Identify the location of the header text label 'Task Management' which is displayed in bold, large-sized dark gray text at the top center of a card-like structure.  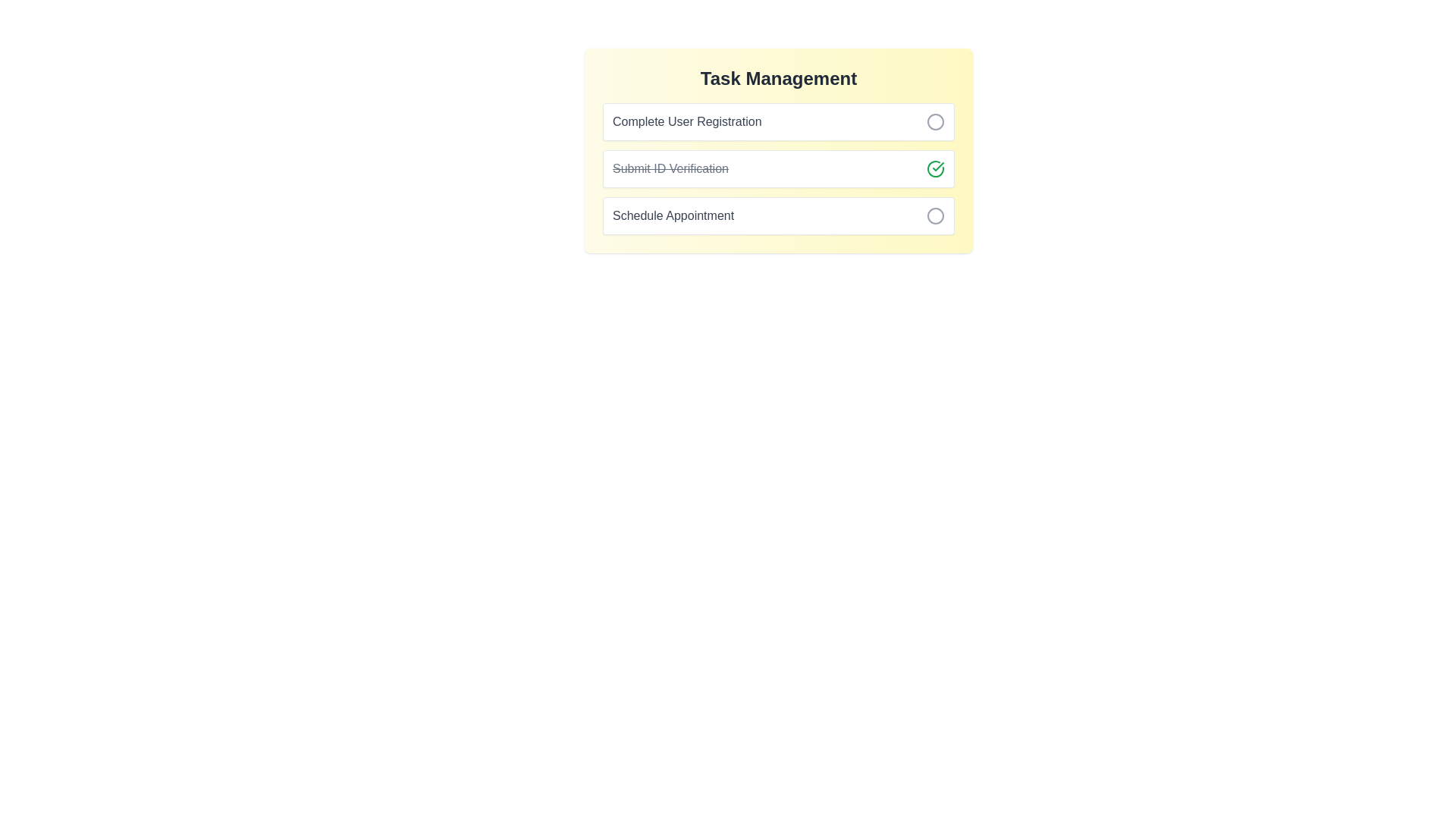
(779, 79).